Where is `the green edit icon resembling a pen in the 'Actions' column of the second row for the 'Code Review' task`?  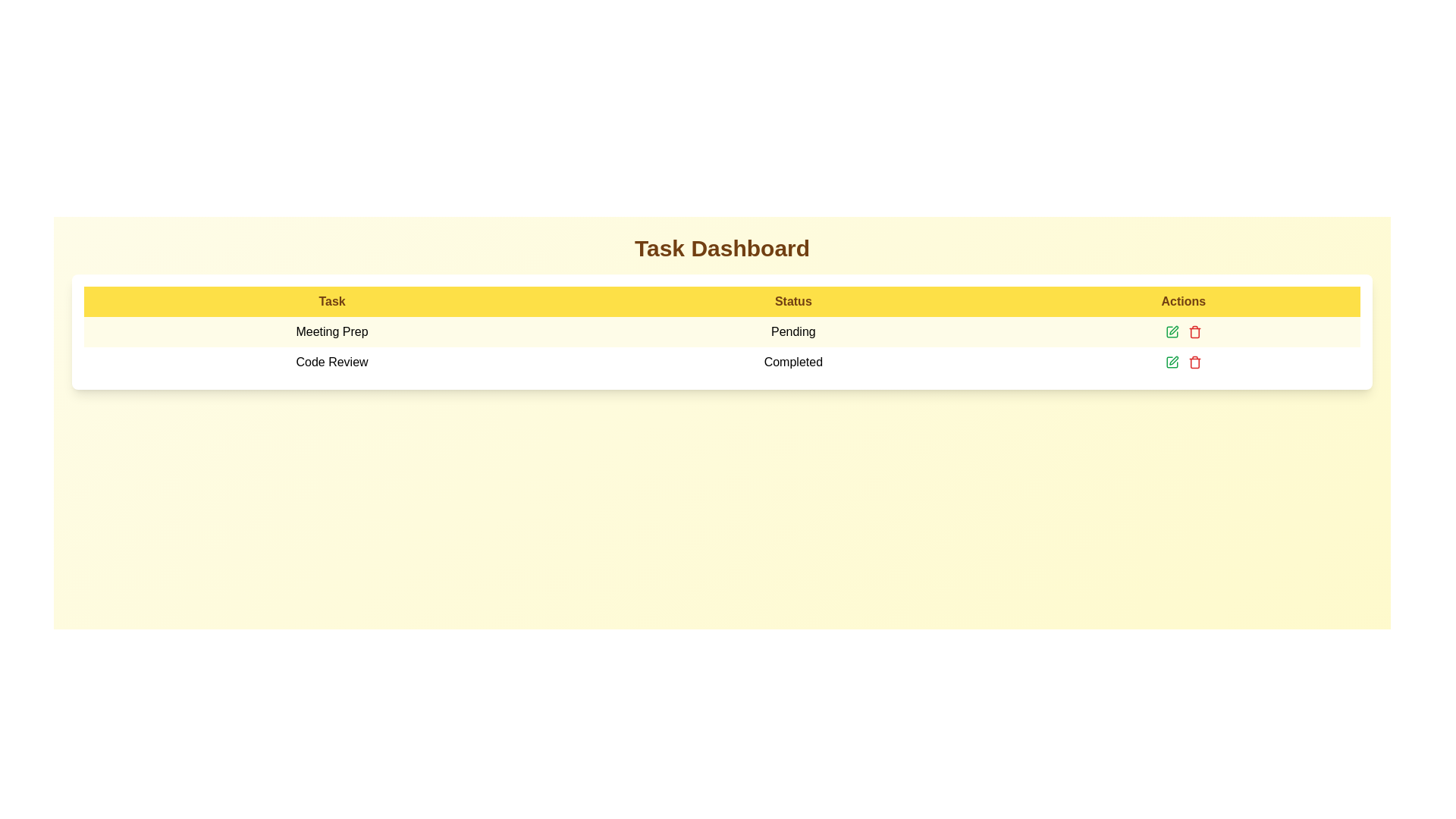 the green edit icon resembling a pen in the 'Actions' column of the second row for the 'Code Review' task is located at coordinates (1173, 329).